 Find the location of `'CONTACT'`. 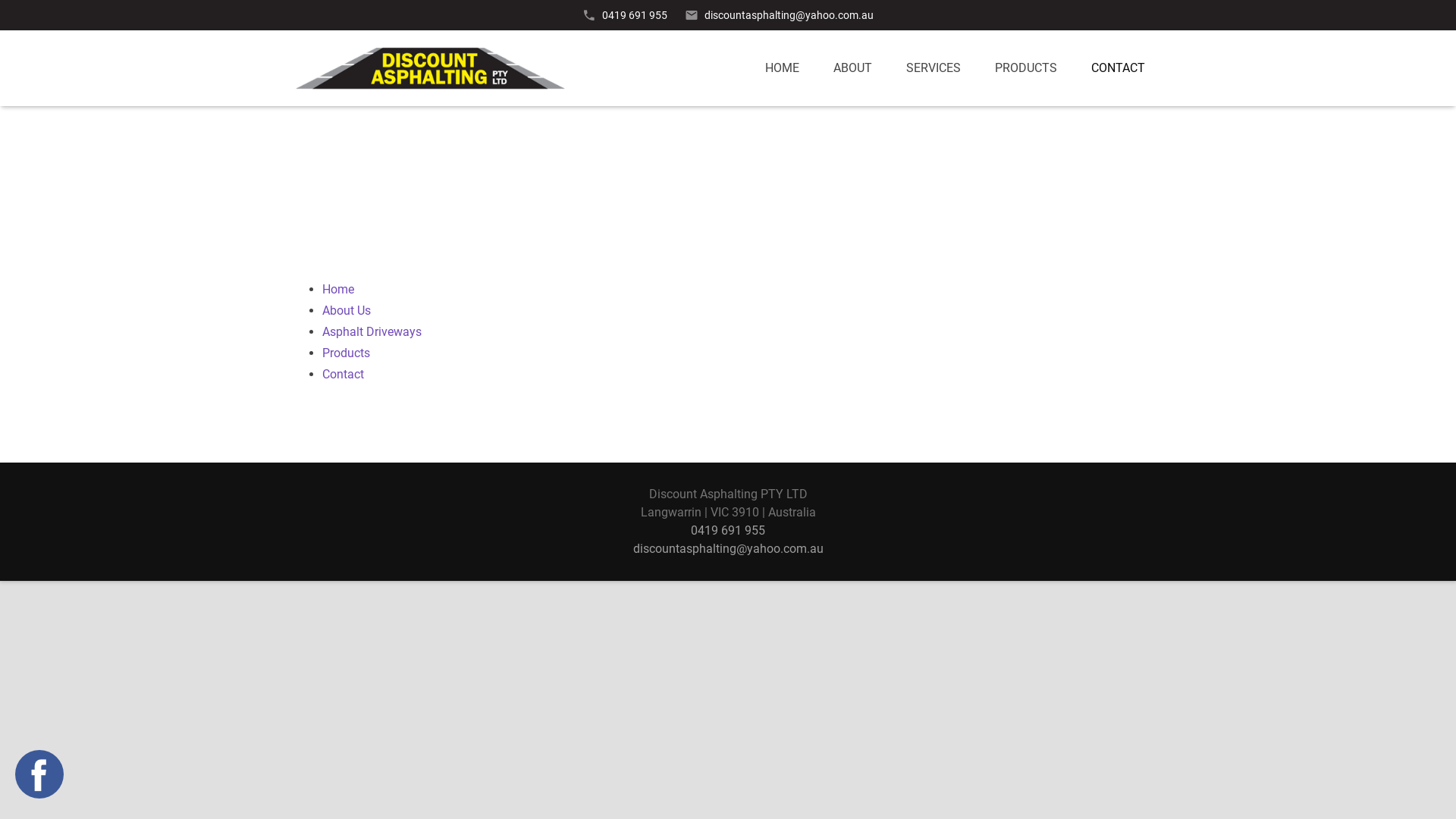

'CONTACT' is located at coordinates (1075, 67).